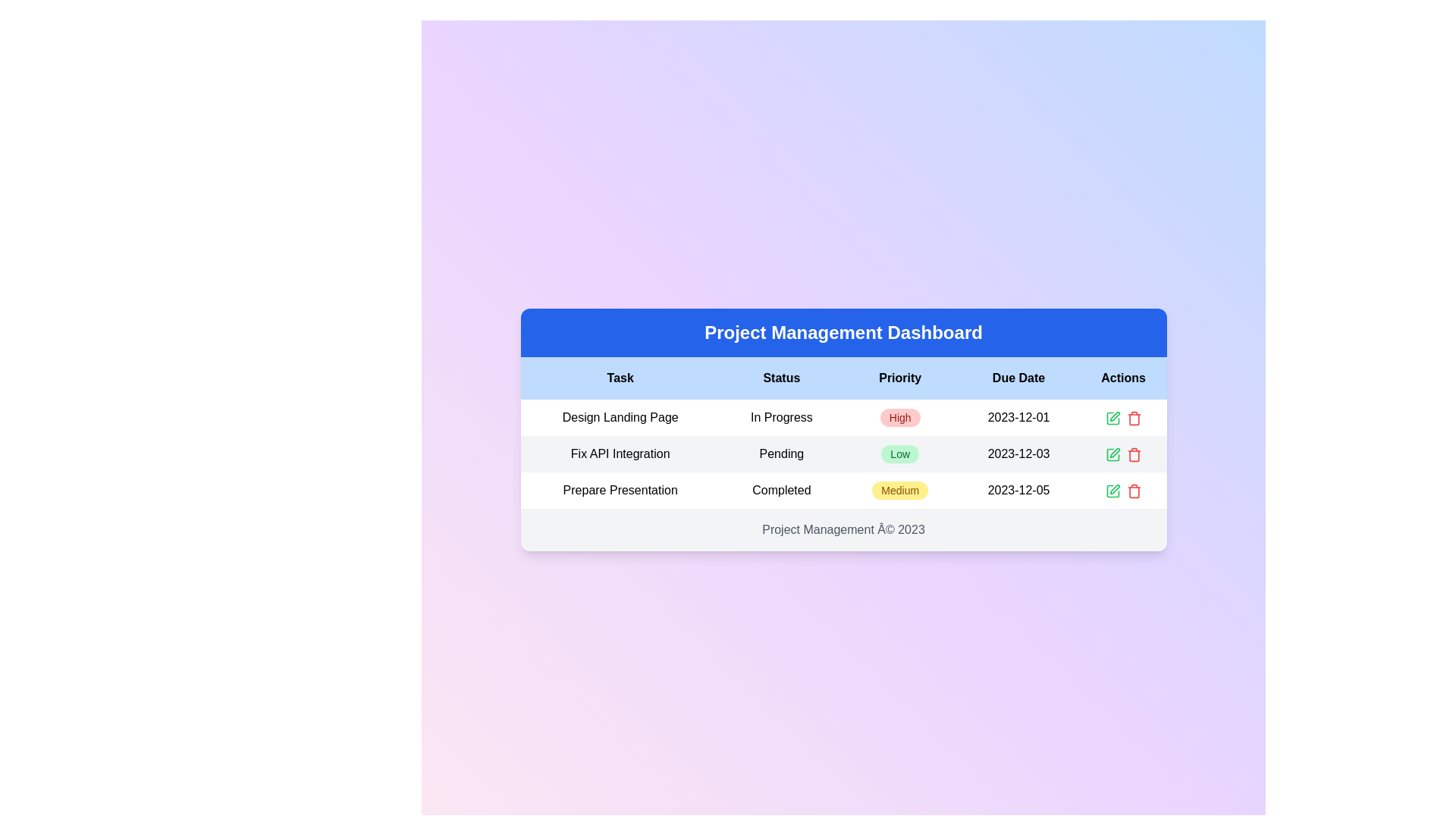  What do you see at coordinates (781, 377) in the screenshot?
I see `the Text label header in the second column of the table, which indicates the status of tasks listed beneath it` at bounding box center [781, 377].